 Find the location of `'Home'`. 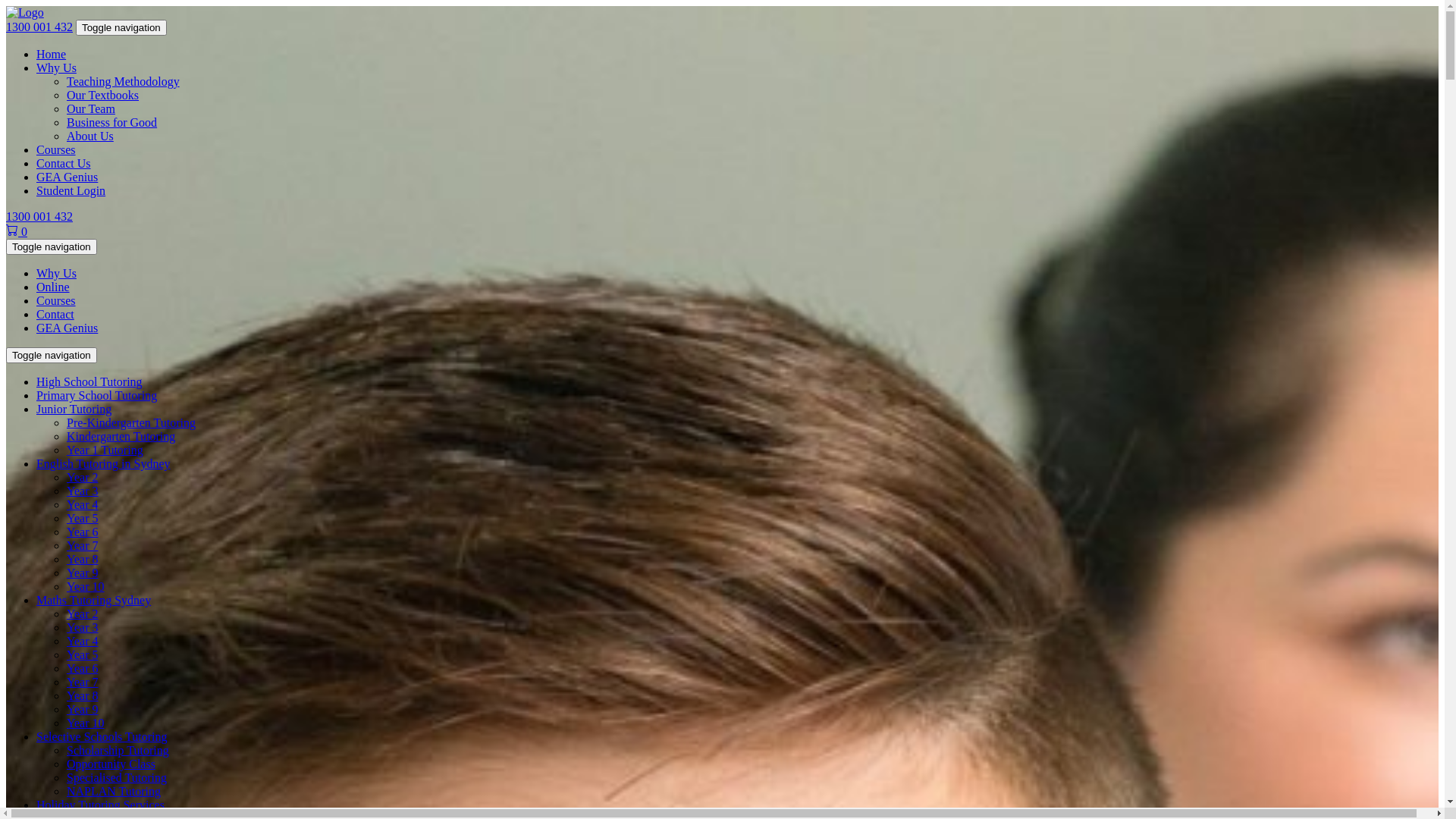

'Home' is located at coordinates (51, 53).